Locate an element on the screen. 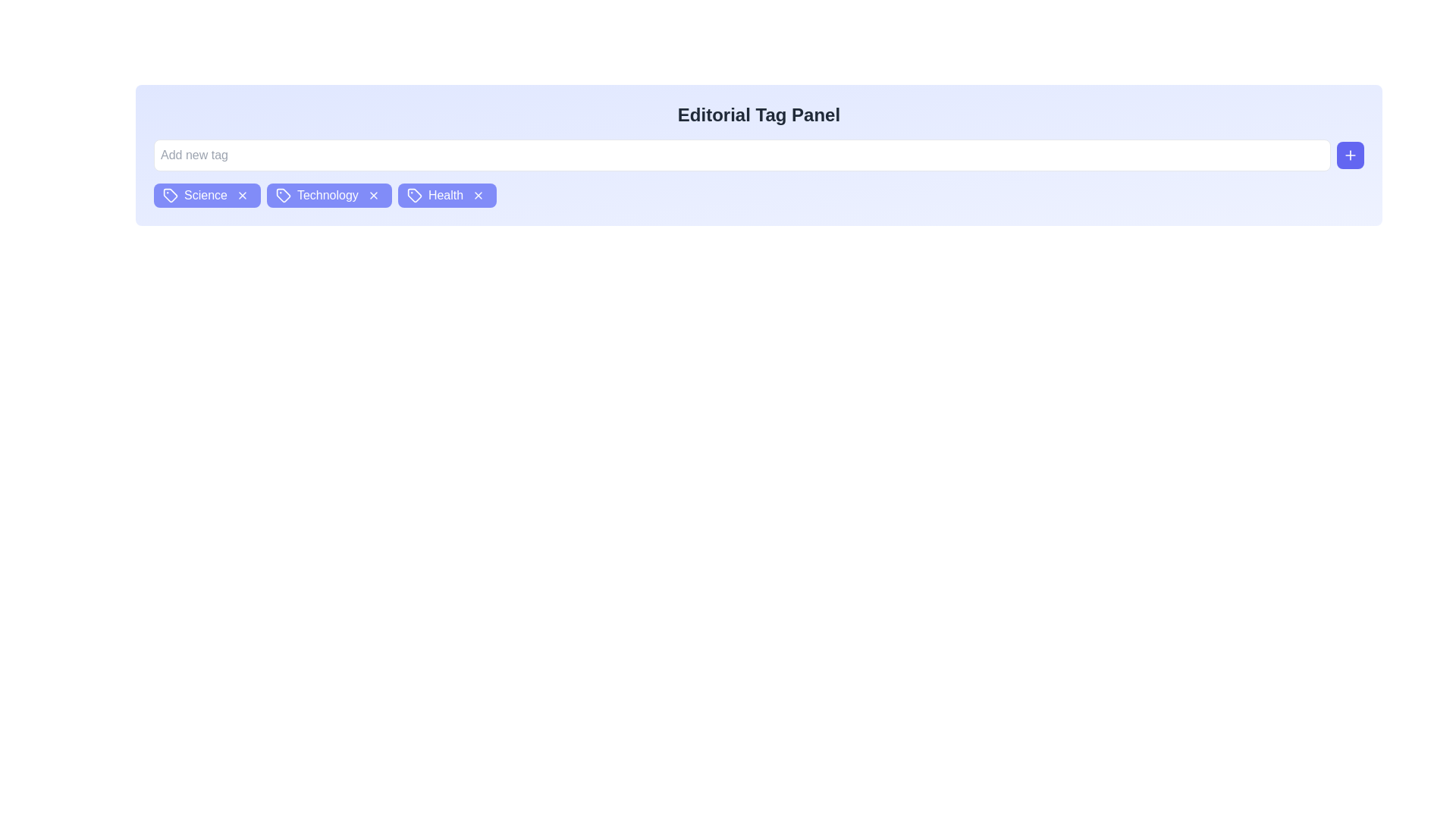 The width and height of the screenshot is (1456, 819). the 'Technology' tag, which is a horizontally aligned rectangular element with white text on a purple background and small icons on both sides, positioned between 'Science' and 'Health' is located at coordinates (328, 195).